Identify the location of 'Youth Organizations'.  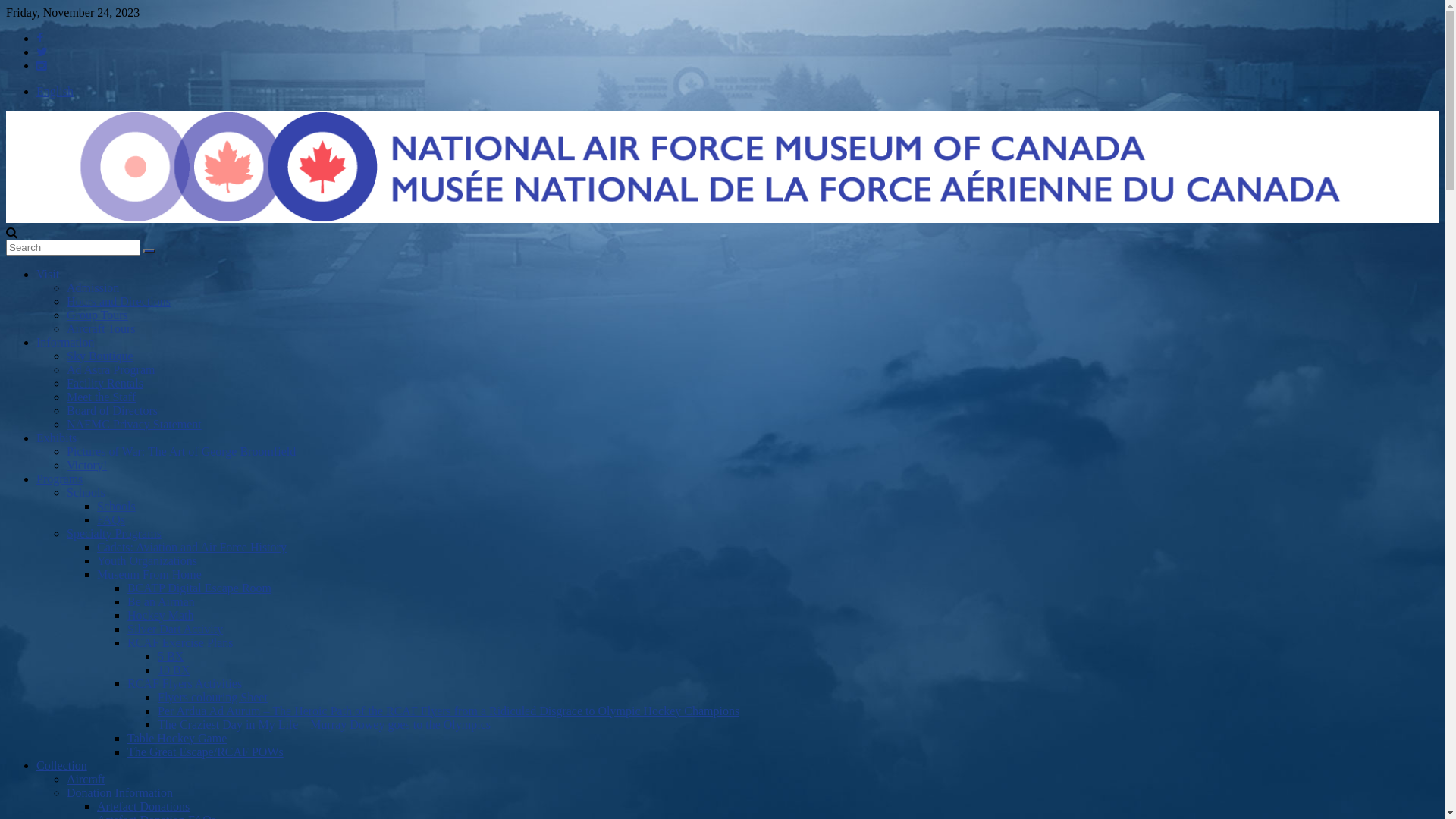
(146, 560).